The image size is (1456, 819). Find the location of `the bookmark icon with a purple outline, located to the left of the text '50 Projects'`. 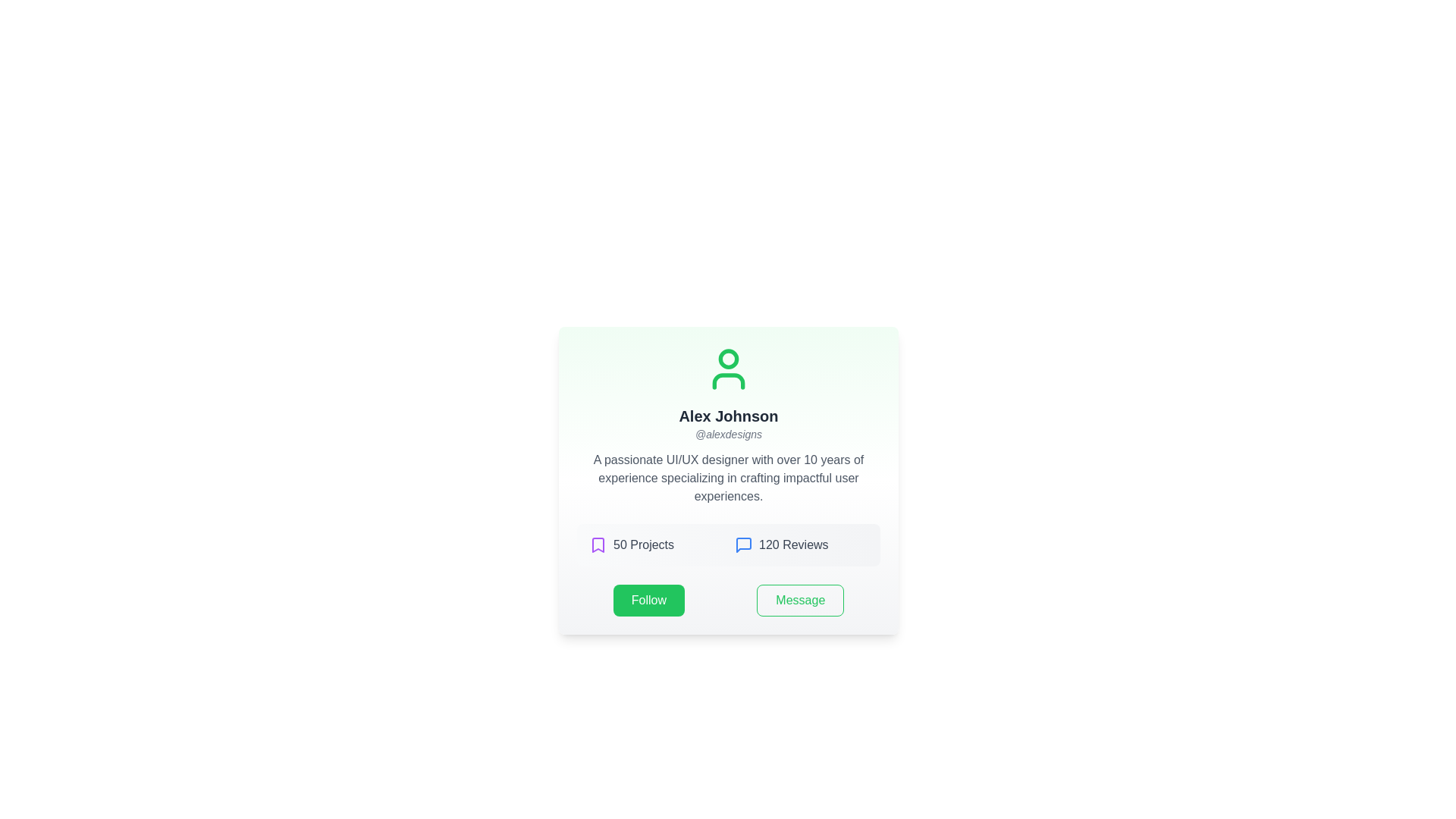

the bookmark icon with a purple outline, located to the left of the text '50 Projects' is located at coordinates (597, 544).